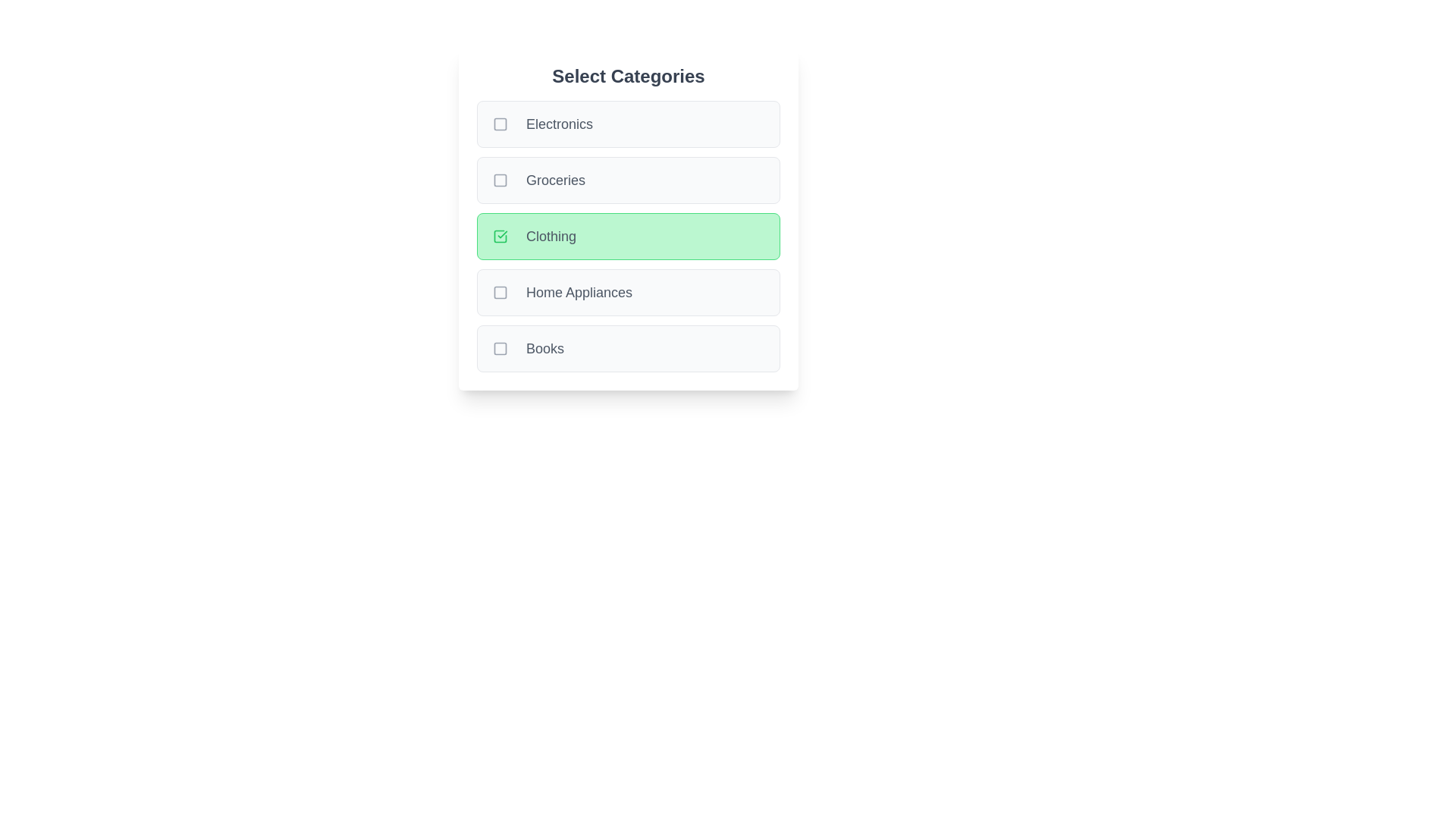 This screenshot has width=1456, height=819. What do you see at coordinates (629, 180) in the screenshot?
I see `the category Groceries` at bounding box center [629, 180].